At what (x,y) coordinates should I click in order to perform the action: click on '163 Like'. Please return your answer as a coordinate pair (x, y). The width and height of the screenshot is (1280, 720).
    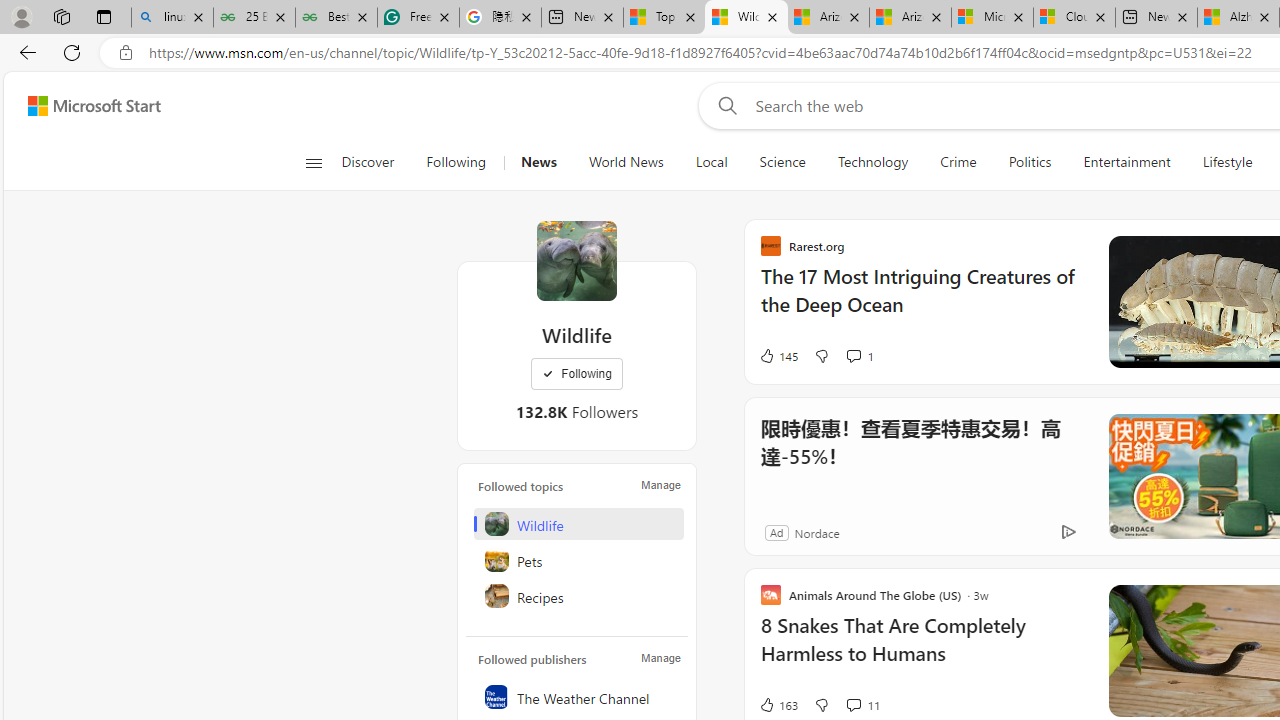
    Looking at the image, I should click on (777, 703).